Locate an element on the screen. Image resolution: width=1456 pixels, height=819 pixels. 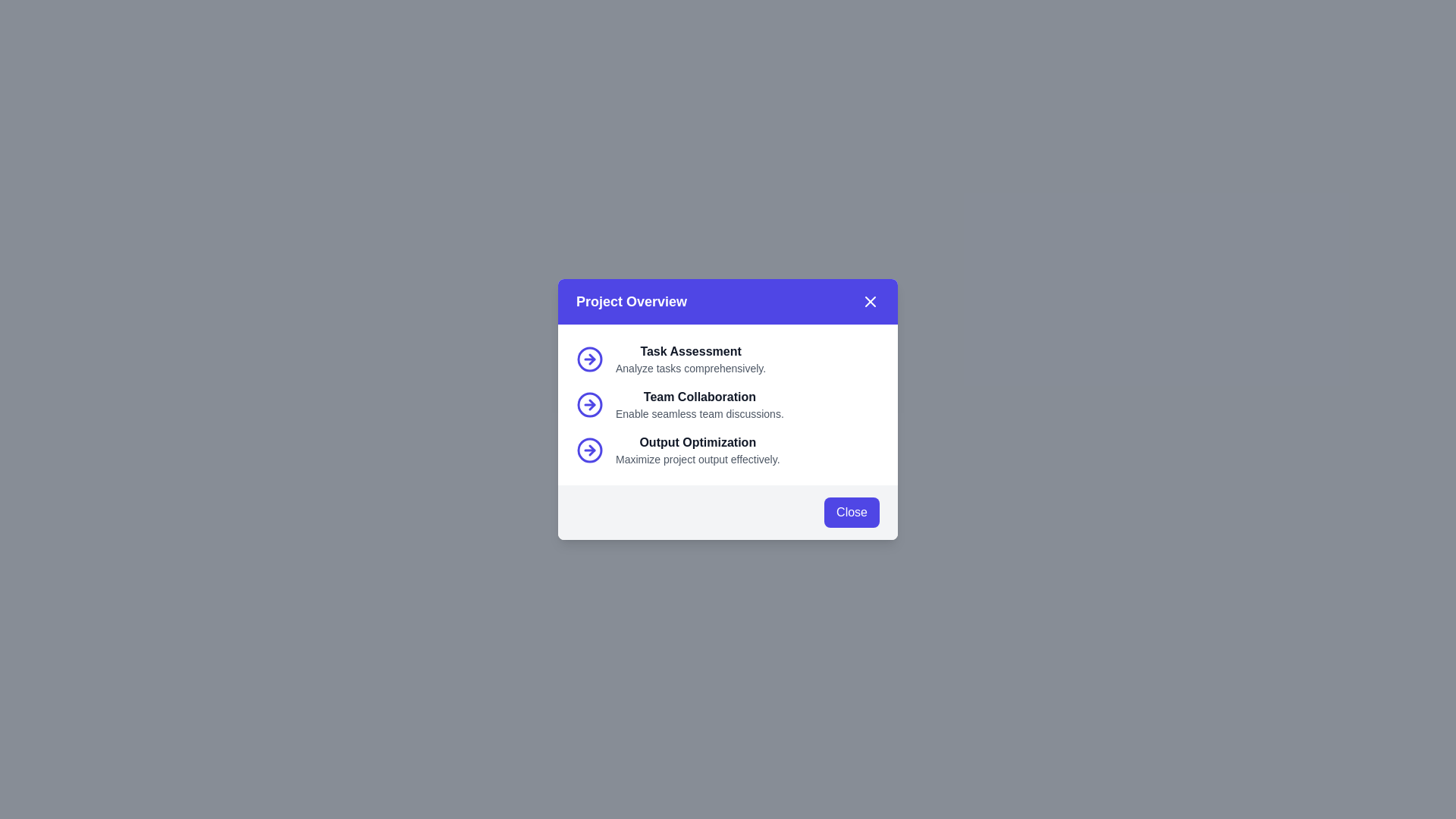
the text label displaying 'Enable seamless team discussions.', located below the 'Team Collaboration' heading in the modal window is located at coordinates (698, 414).